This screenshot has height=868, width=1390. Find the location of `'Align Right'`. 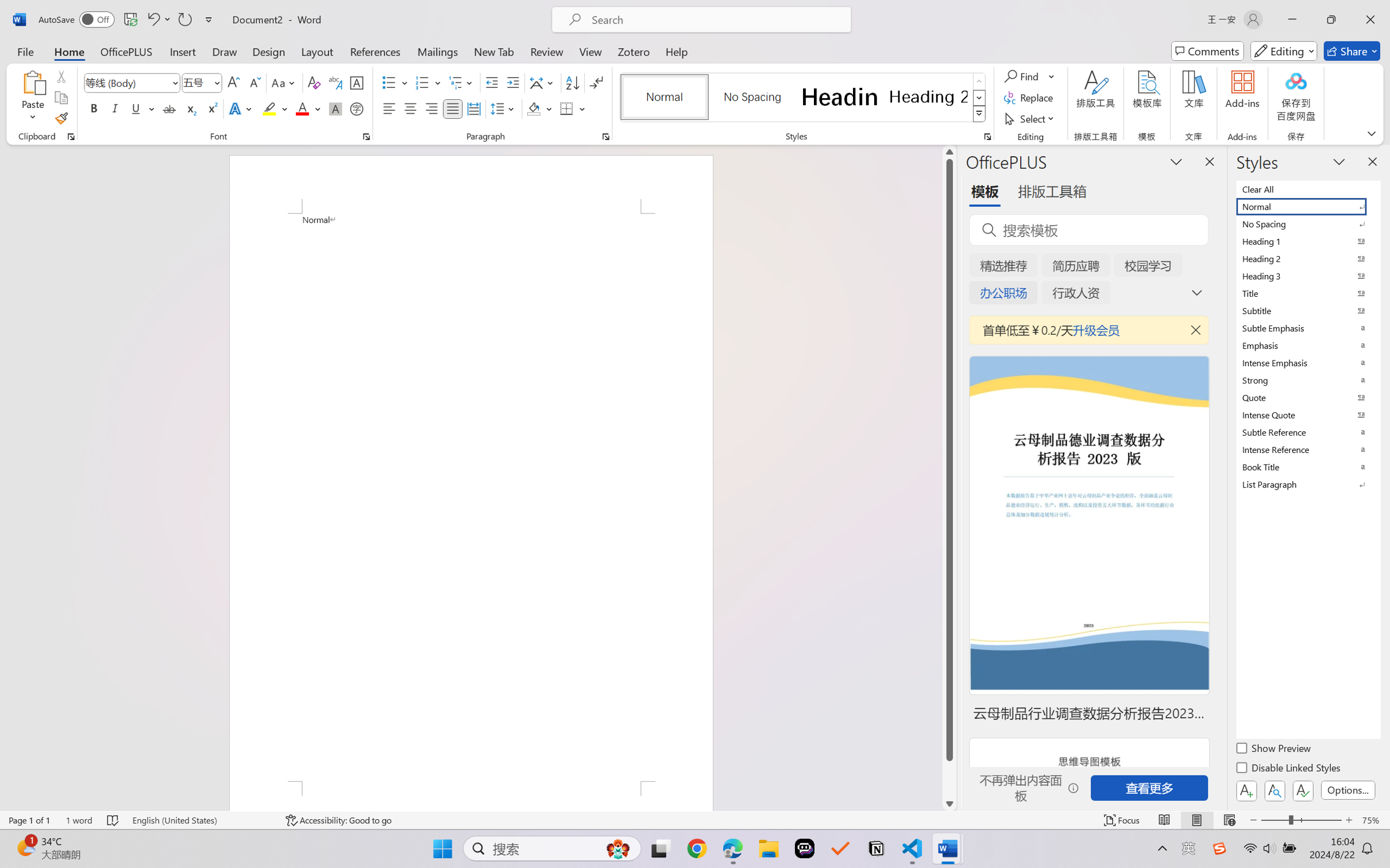

'Align Right' is located at coordinates (432, 108).